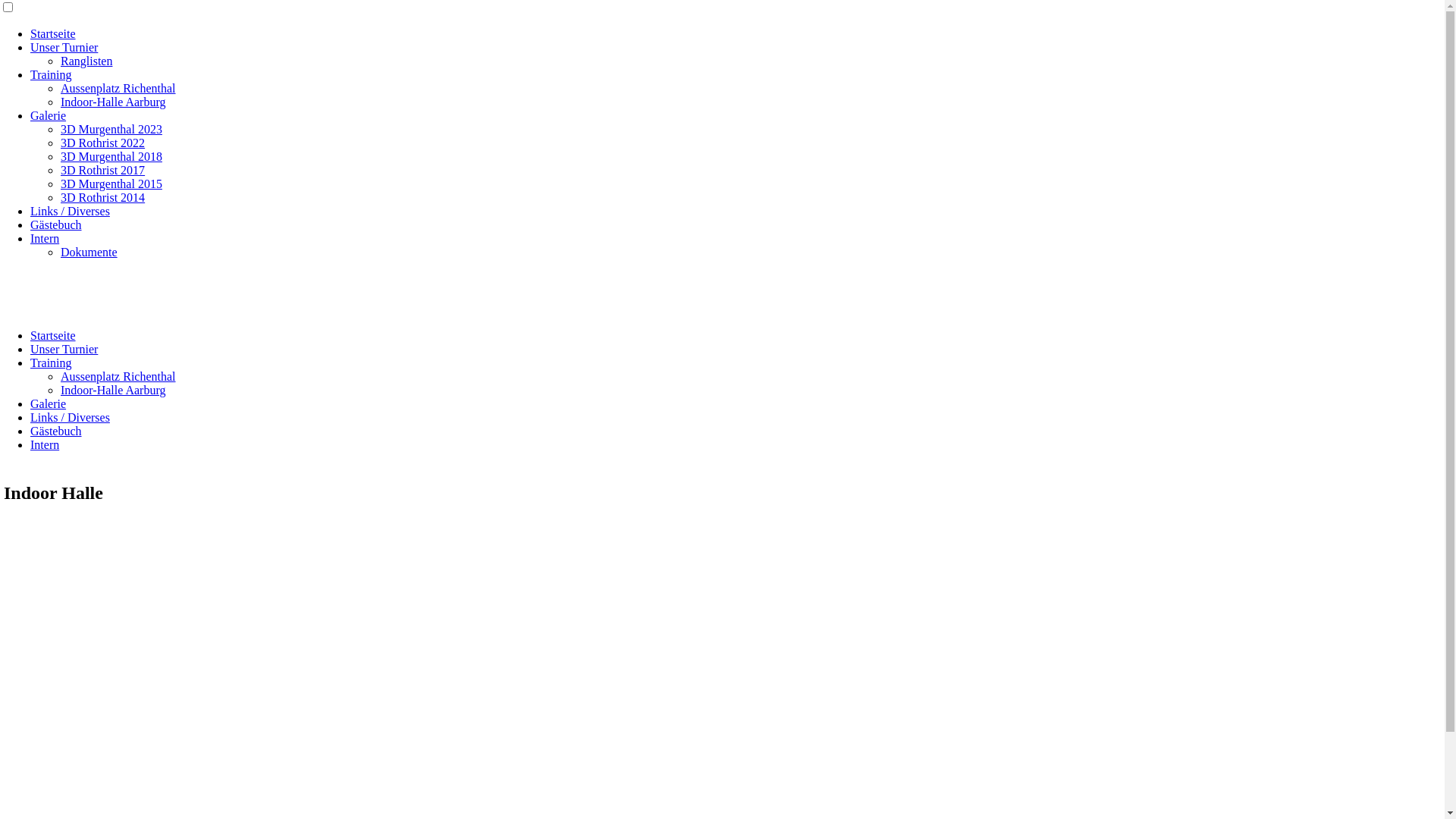 The height and width of the screenshot is (819, 1456). I want to click on 'Intern', so click(44, 238).